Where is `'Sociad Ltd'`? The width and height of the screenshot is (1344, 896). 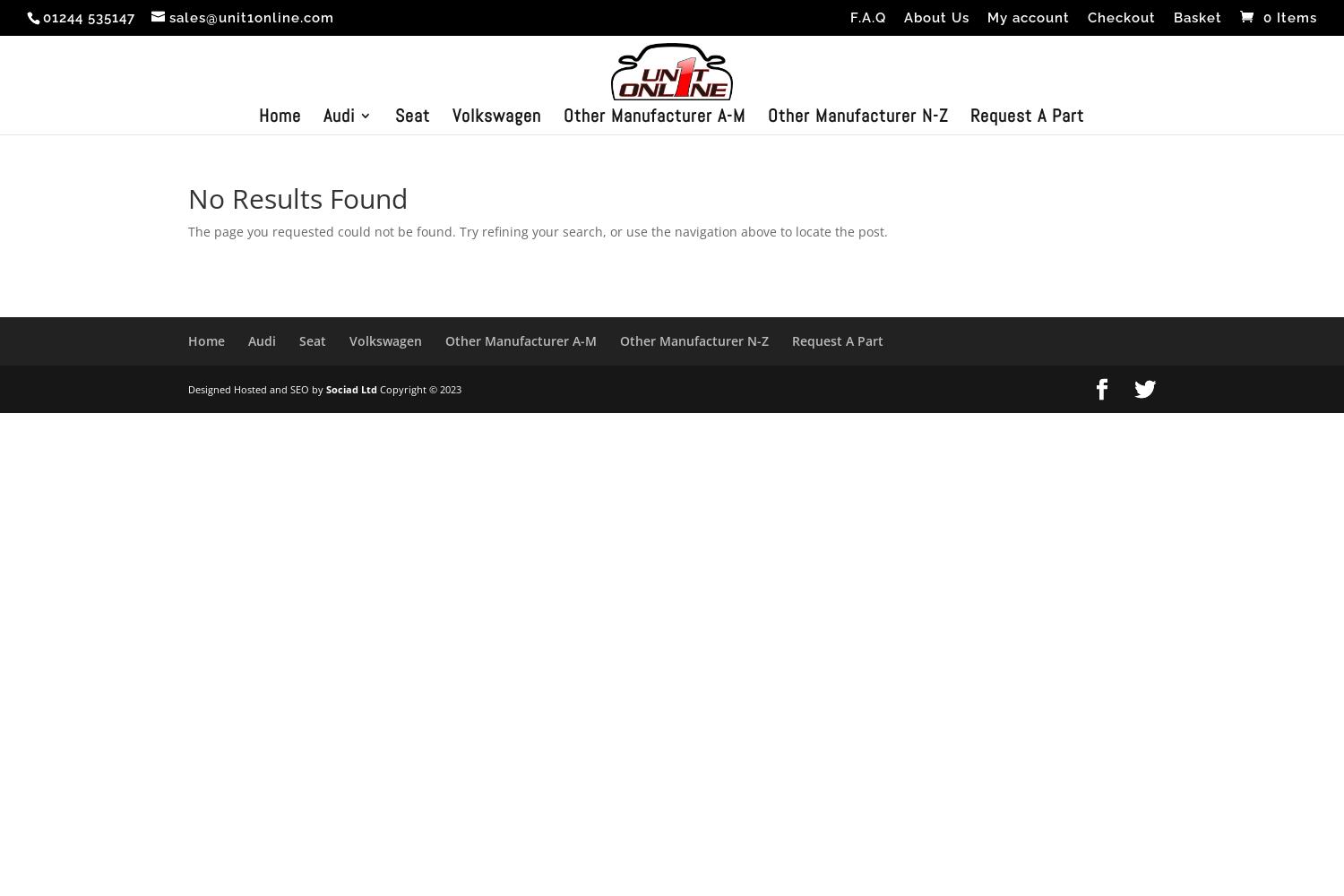 'Sociad Ltd' is located at coordinates (325, 388).